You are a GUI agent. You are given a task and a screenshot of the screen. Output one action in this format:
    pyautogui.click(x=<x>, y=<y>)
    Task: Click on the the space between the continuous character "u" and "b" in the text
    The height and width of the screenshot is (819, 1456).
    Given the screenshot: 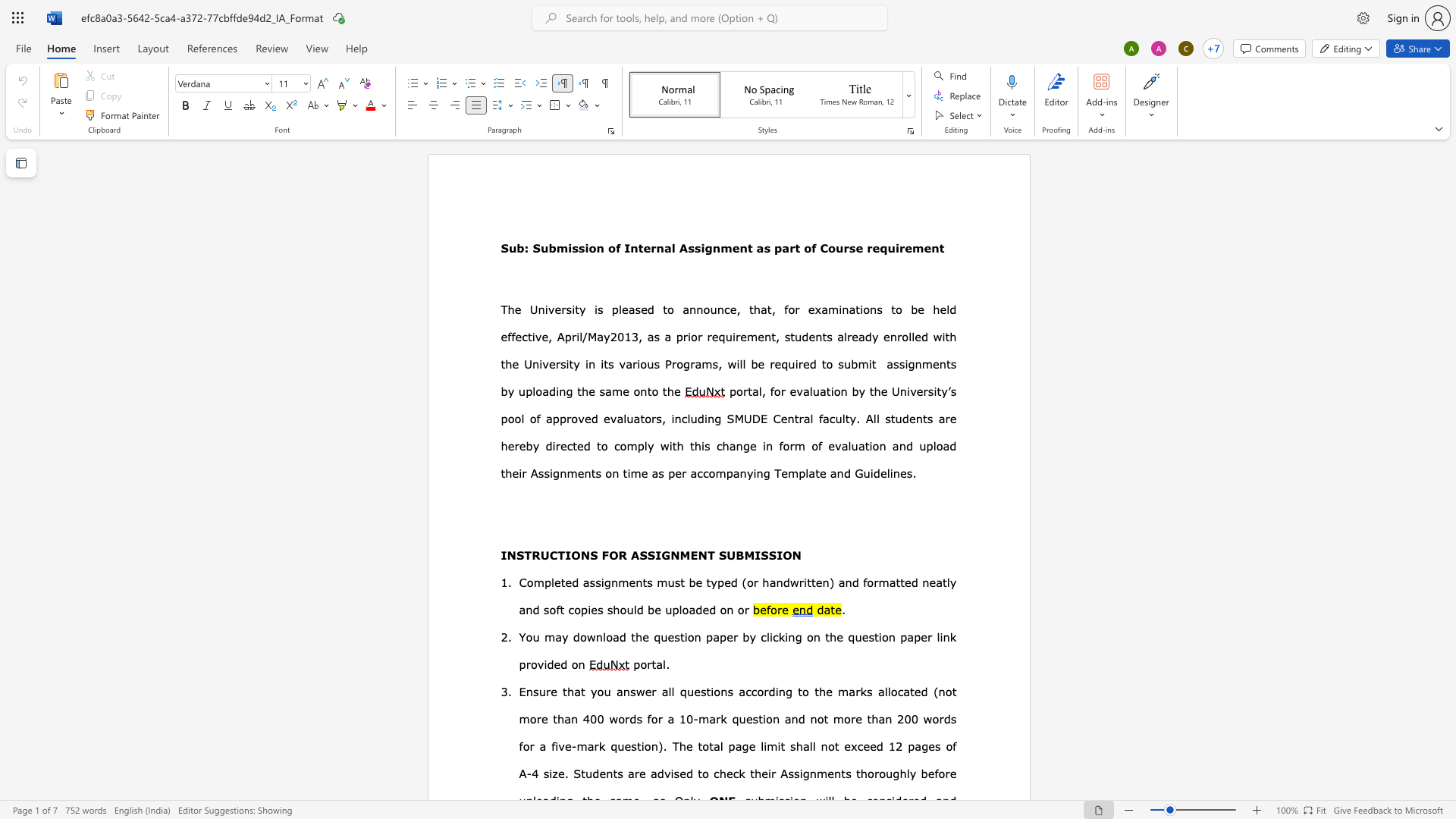 What is the action you would take?
    pyautogui.click(x=851, y=363)
    